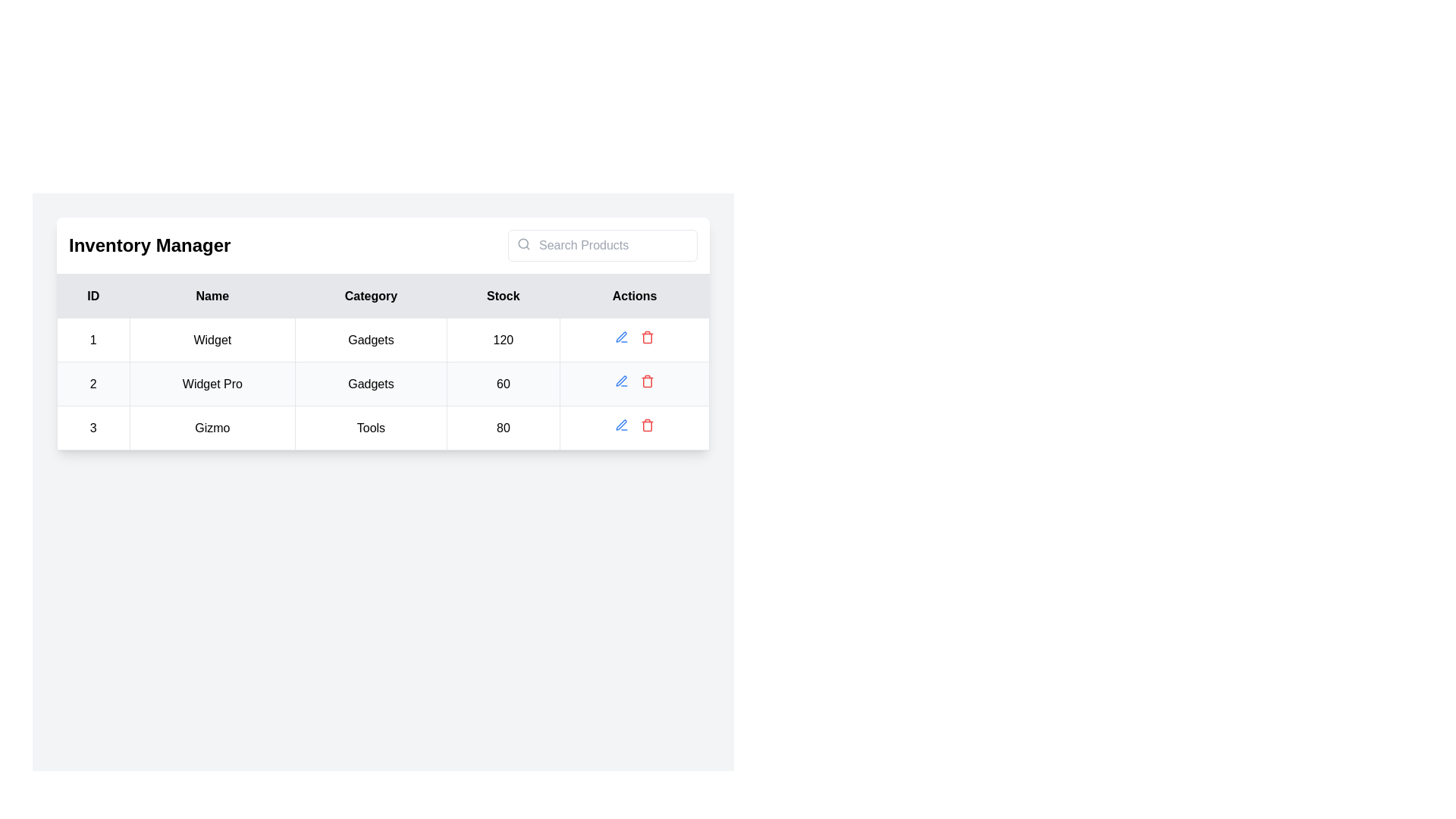  I want to click on the table column header labeled 'Stock', which is the fourth header in a row of five, positioned between 'Category' and 'Actions', so click(503, 296).